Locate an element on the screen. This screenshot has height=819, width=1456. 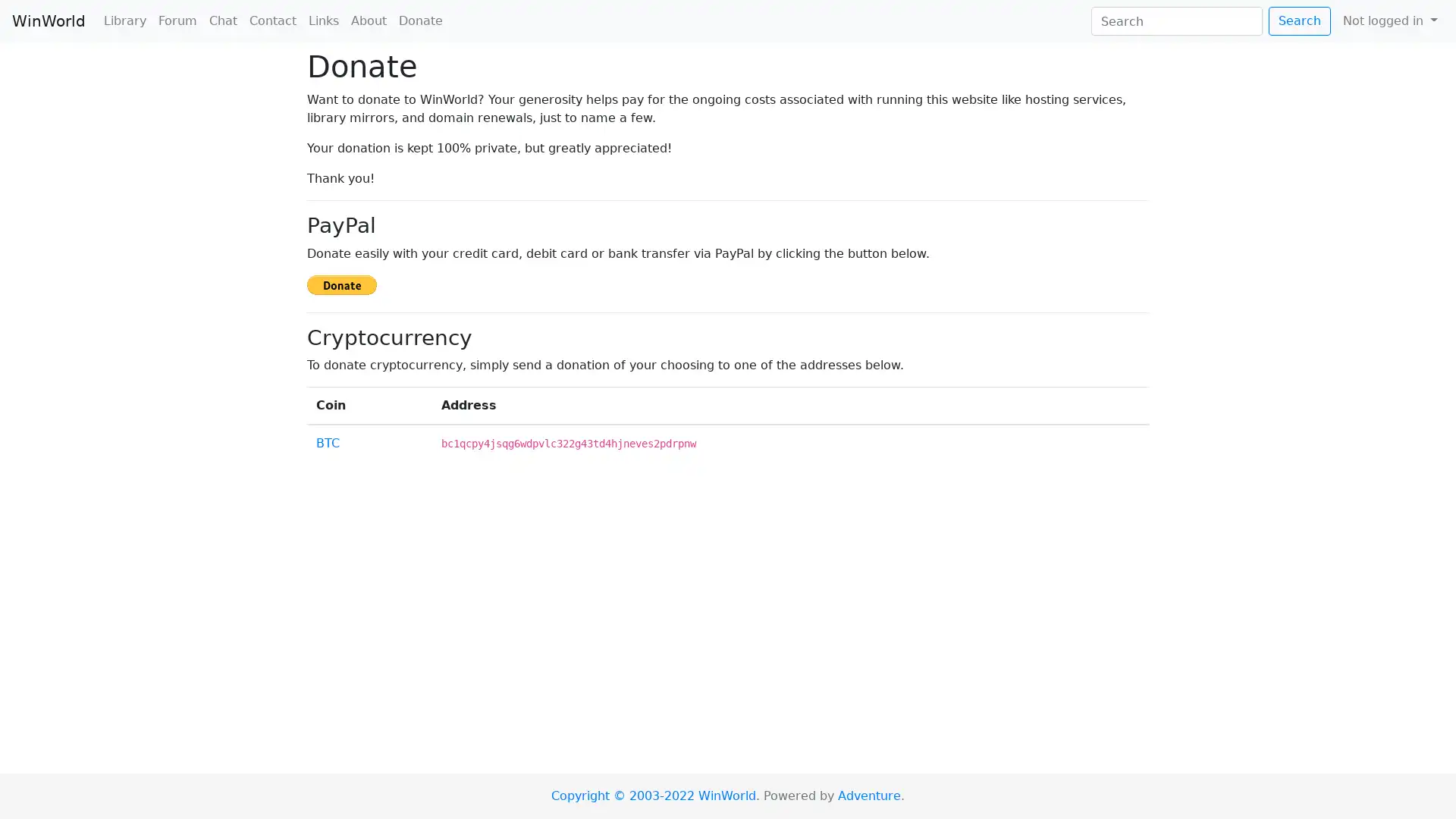
Search is located at coordinates (1298, 20).